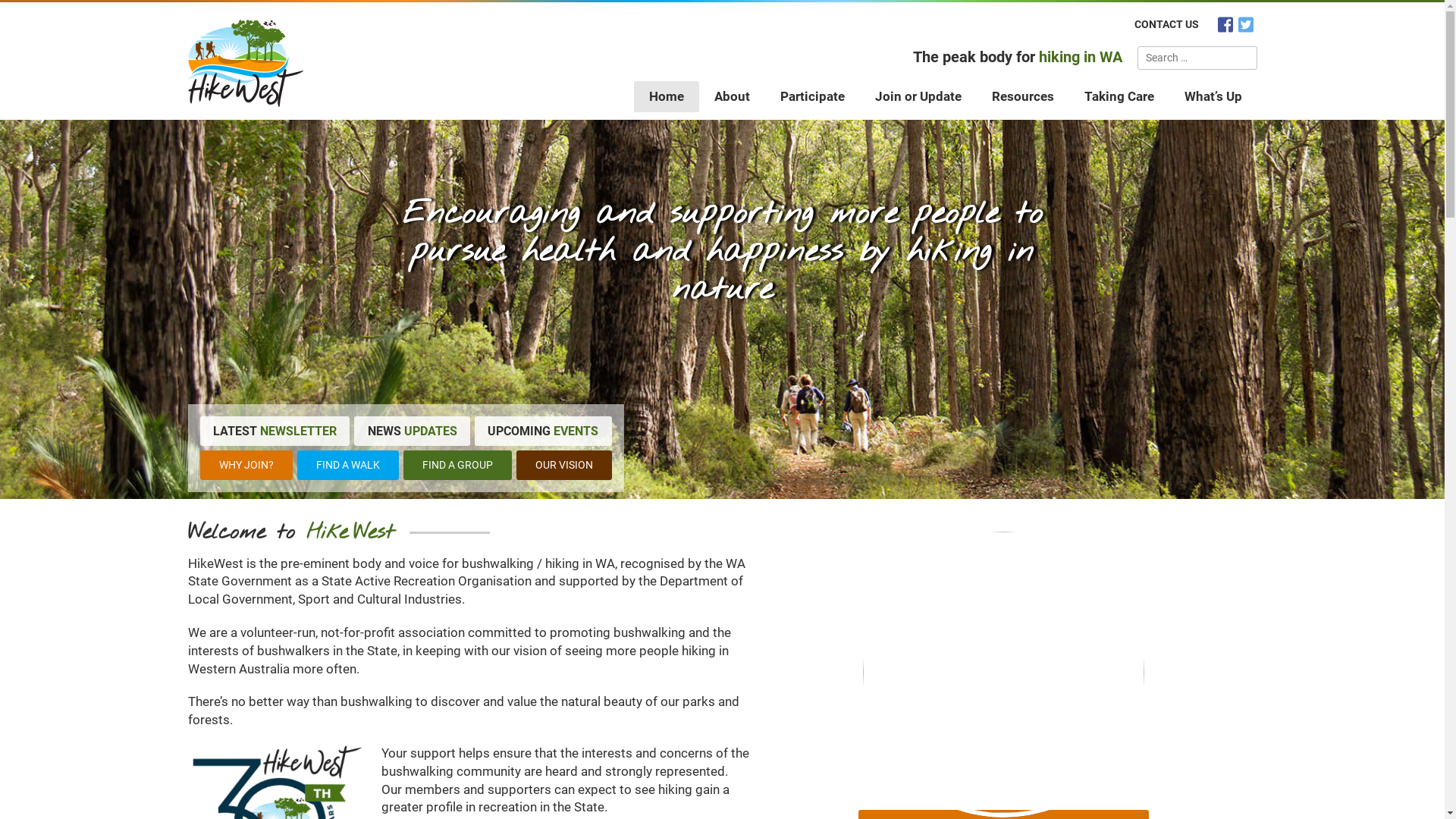  What do you see at coordinates (1166, 24) in the screenshot?
I see `'CONTACT US'` at bounding box center [1166, 24].